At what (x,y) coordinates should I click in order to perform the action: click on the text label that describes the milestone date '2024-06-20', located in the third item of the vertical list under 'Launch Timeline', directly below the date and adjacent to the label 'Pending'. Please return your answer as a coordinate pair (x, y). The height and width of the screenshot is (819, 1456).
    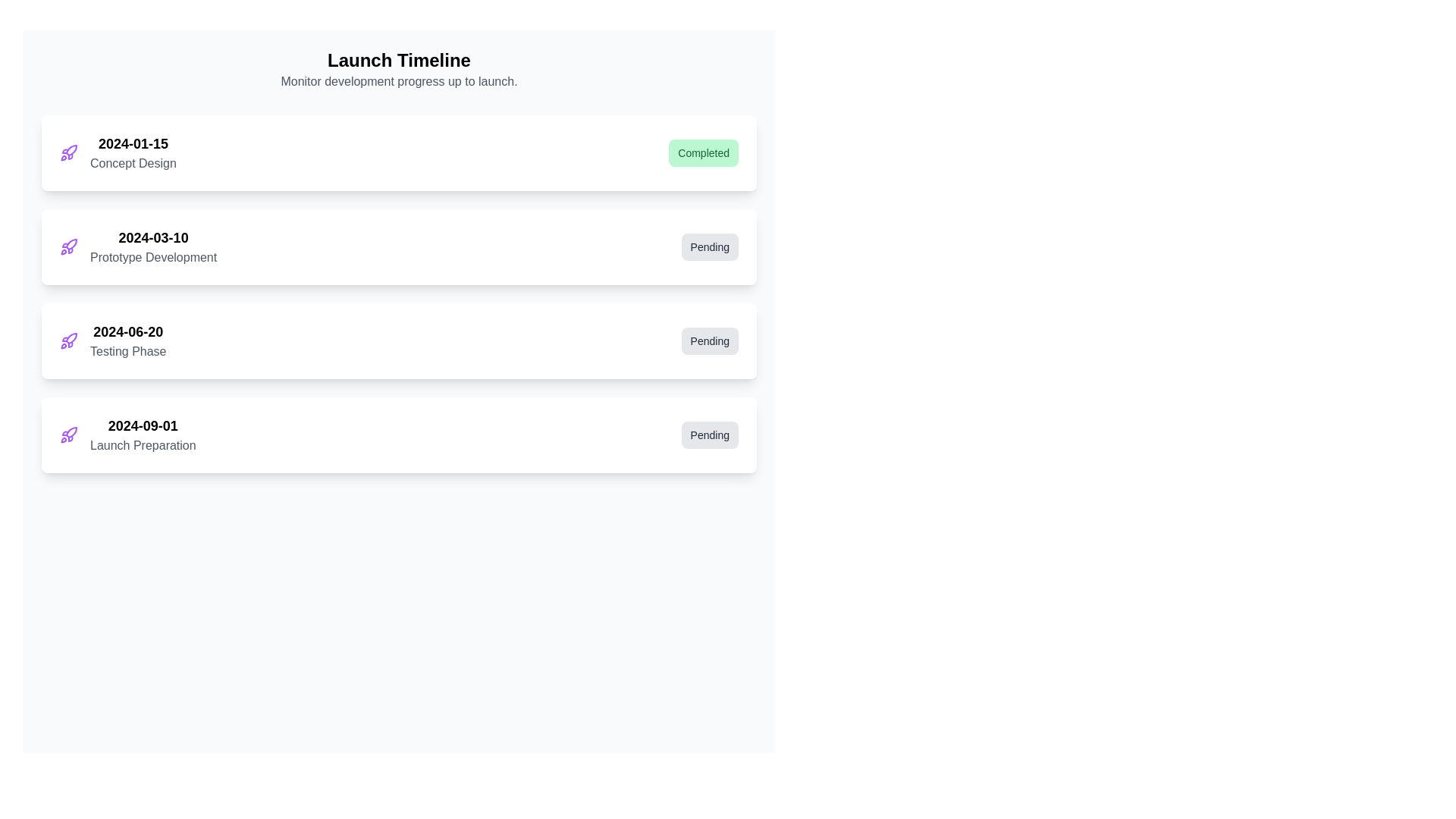
    Looking at the image, I should click on (128, 351).